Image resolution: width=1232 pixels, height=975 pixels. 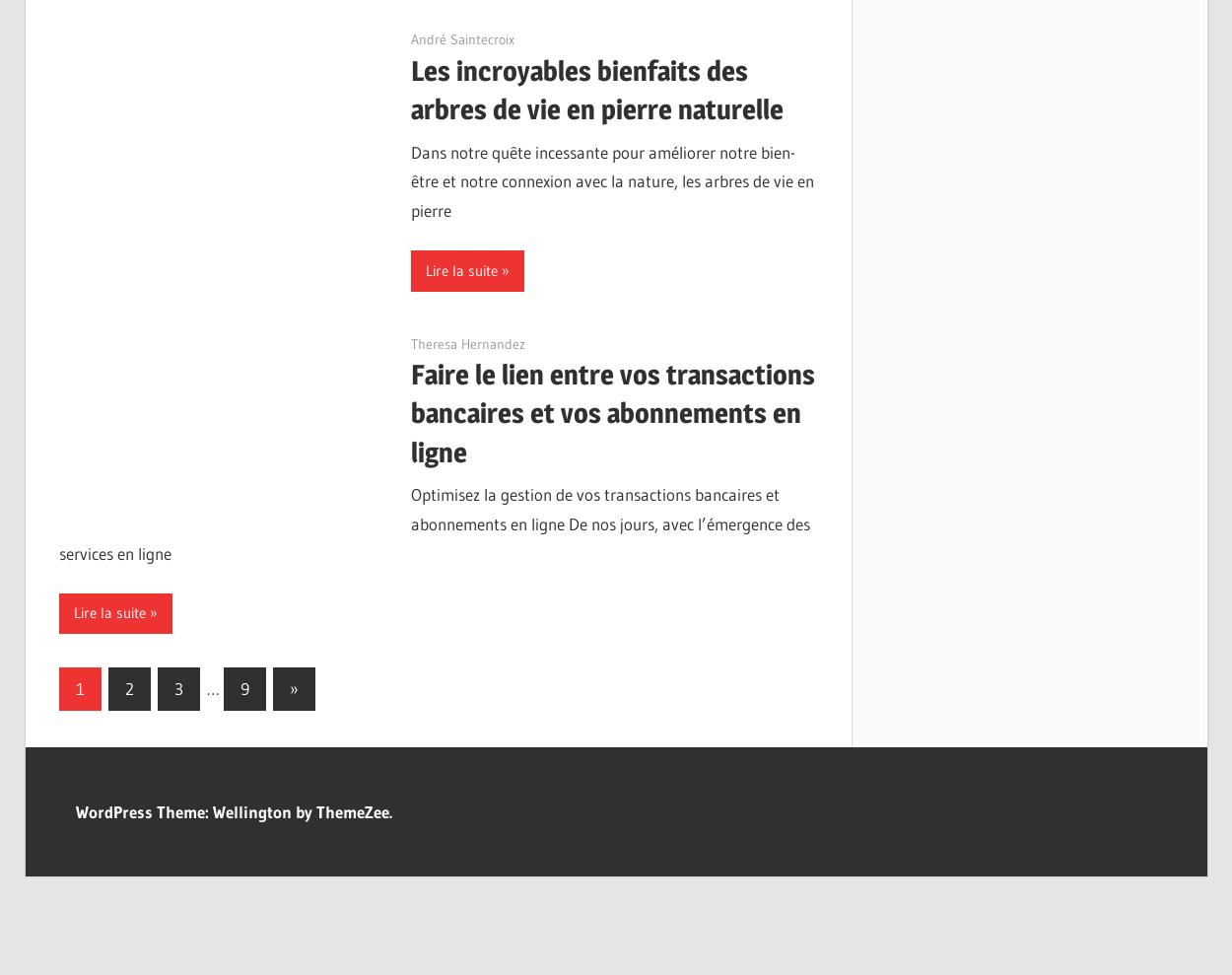 What do you see at coordinates (124, 687) in the screenshot?
I see `'2'` at bounding box center [124, 687].